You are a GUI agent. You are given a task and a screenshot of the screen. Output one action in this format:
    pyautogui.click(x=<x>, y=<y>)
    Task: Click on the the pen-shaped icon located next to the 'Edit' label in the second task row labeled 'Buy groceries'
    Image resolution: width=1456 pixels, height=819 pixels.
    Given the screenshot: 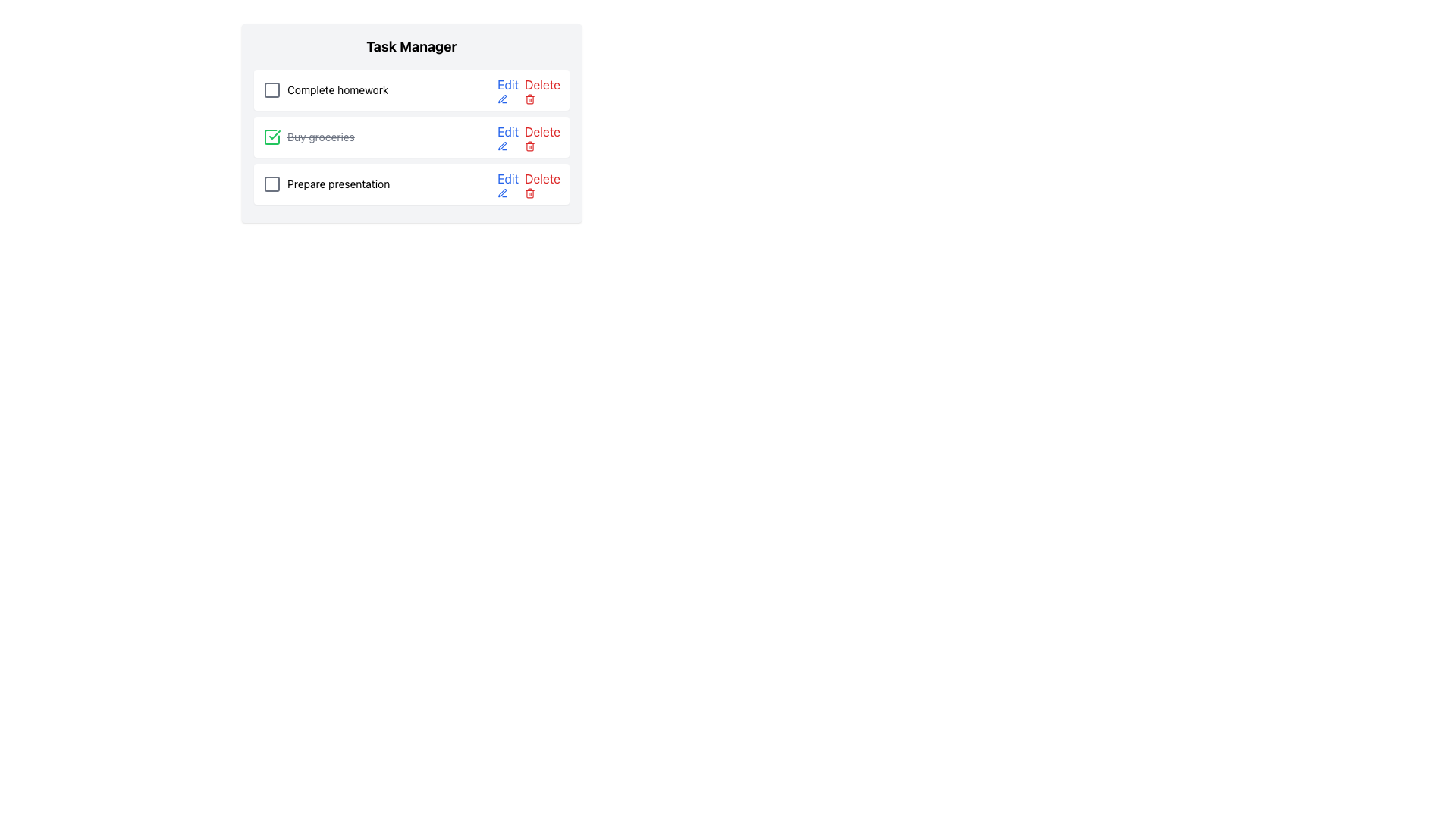 What is the action you would take?
    pyautogui.click(x=503, y=99)
    